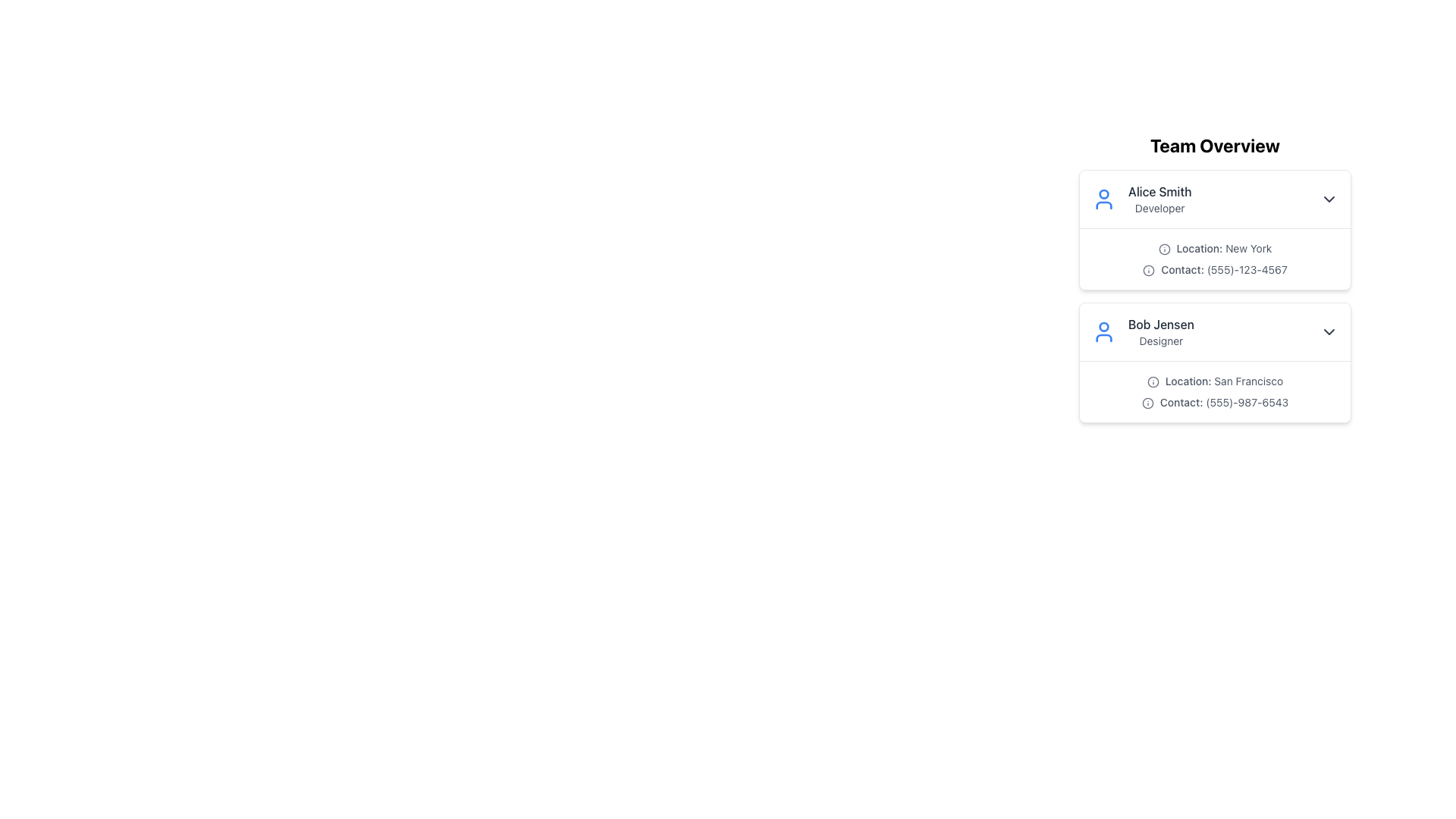  Describe the element at coordinates (1153, 381) in the screenshot. I see `the circular border of the information icon indicating additional details about the location for user 'Bob Jensen', located below the 'Team Overview' heading and to the left of the 'Location: San Francisco' text` at that location.